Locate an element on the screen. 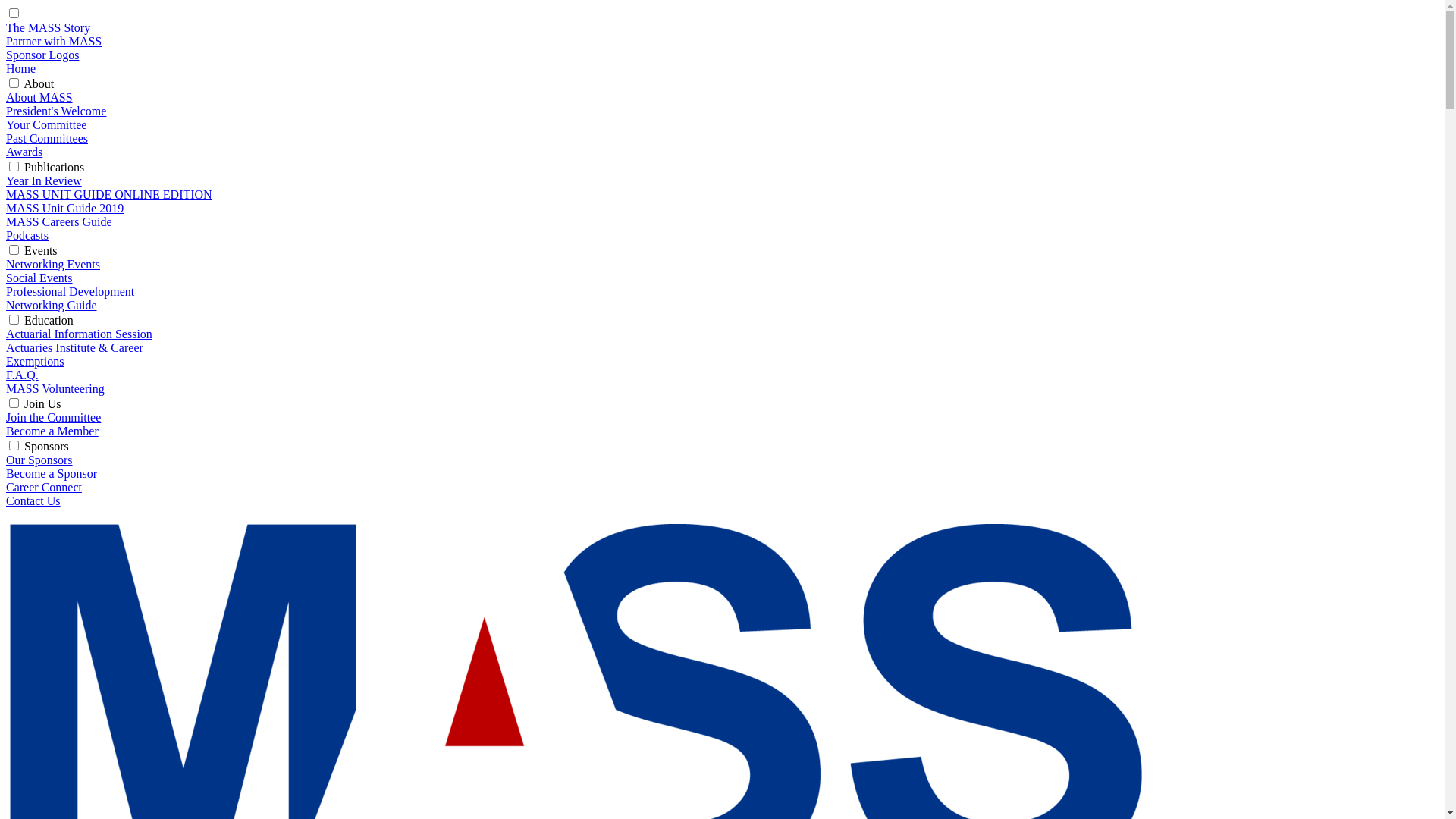 The height and width of the screenshot is (819, 1456). 'Networking Guide' is located at coordinates (51, 305).